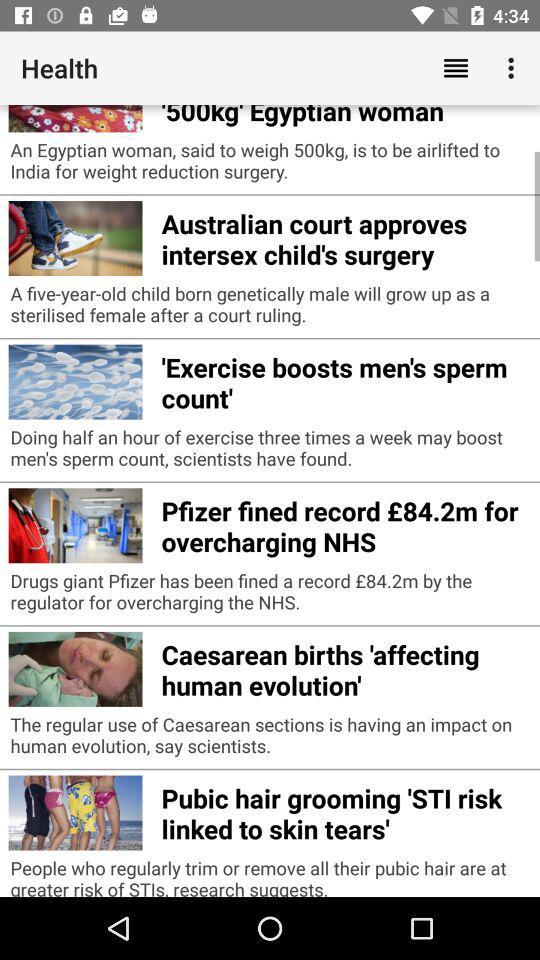 The width and height of the screenshot is (540, 960). Describe the element at coordinates (344, 236) in the screenshot. I see `australian court approves` at that location.